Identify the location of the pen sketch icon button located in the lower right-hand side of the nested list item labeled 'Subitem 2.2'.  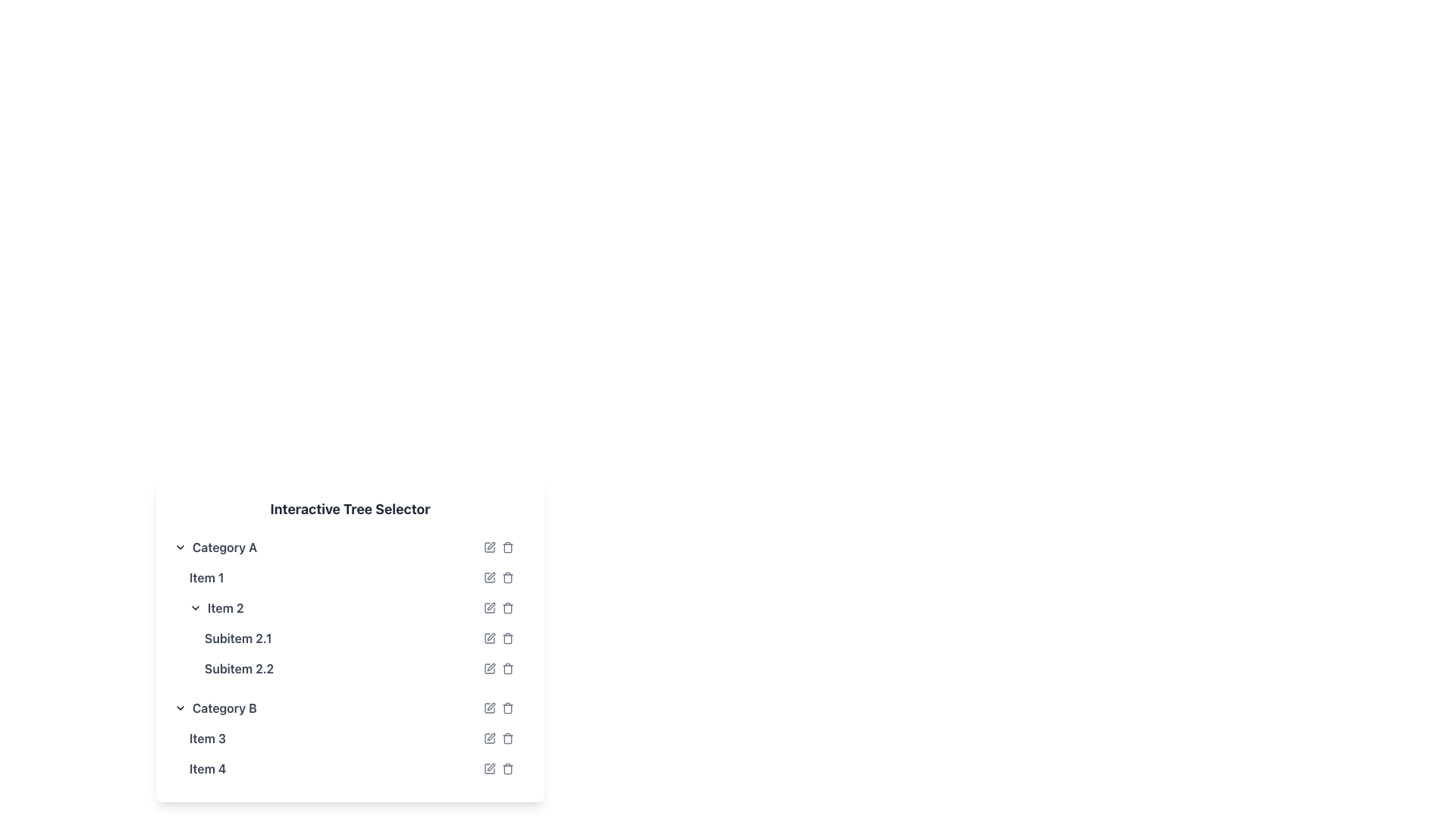
(491, 666).